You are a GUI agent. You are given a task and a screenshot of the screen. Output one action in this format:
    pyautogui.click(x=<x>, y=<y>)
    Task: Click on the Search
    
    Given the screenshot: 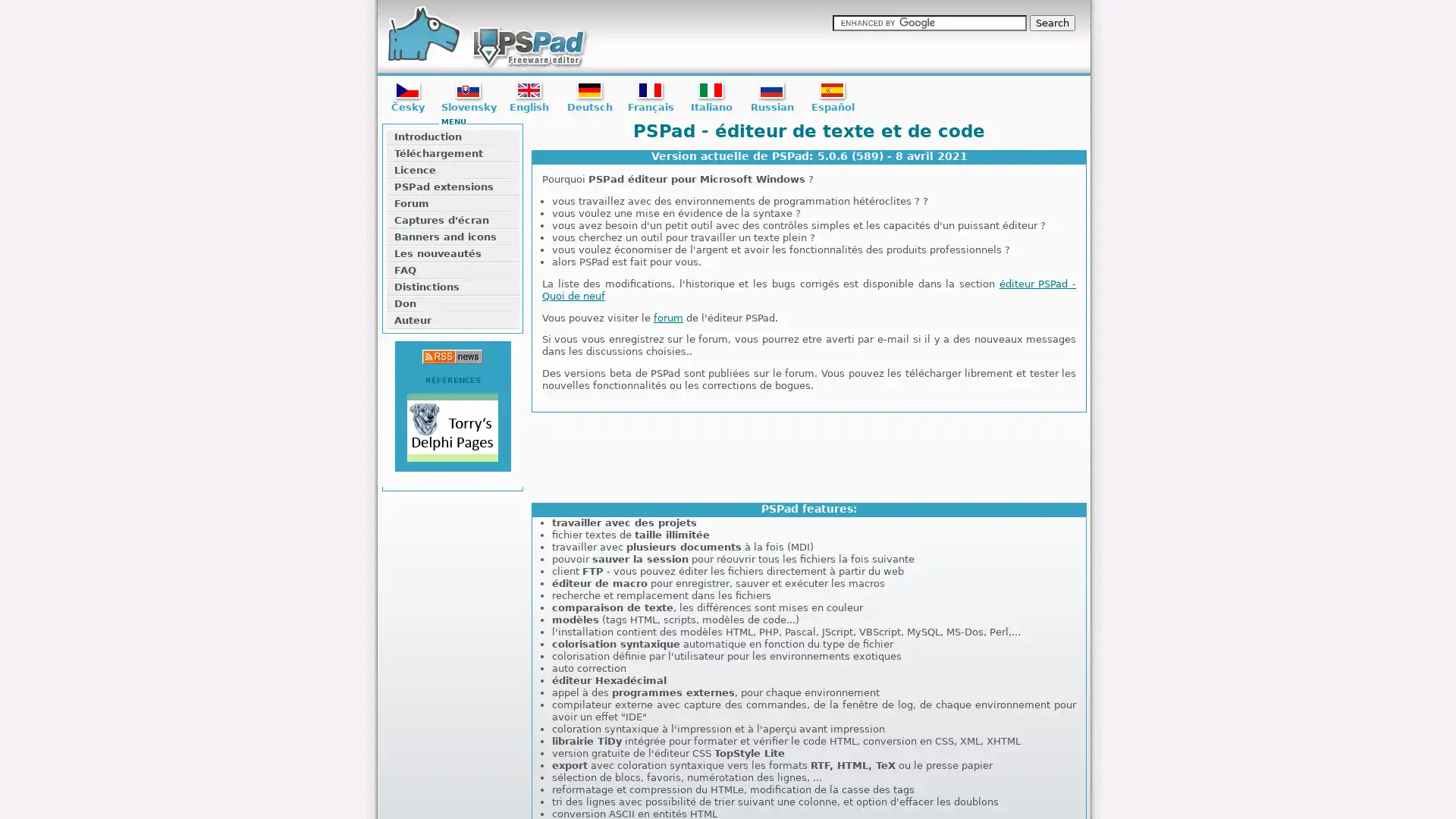 What is the action you would take?
    pyautogui.click(x=1051, y=23)
    